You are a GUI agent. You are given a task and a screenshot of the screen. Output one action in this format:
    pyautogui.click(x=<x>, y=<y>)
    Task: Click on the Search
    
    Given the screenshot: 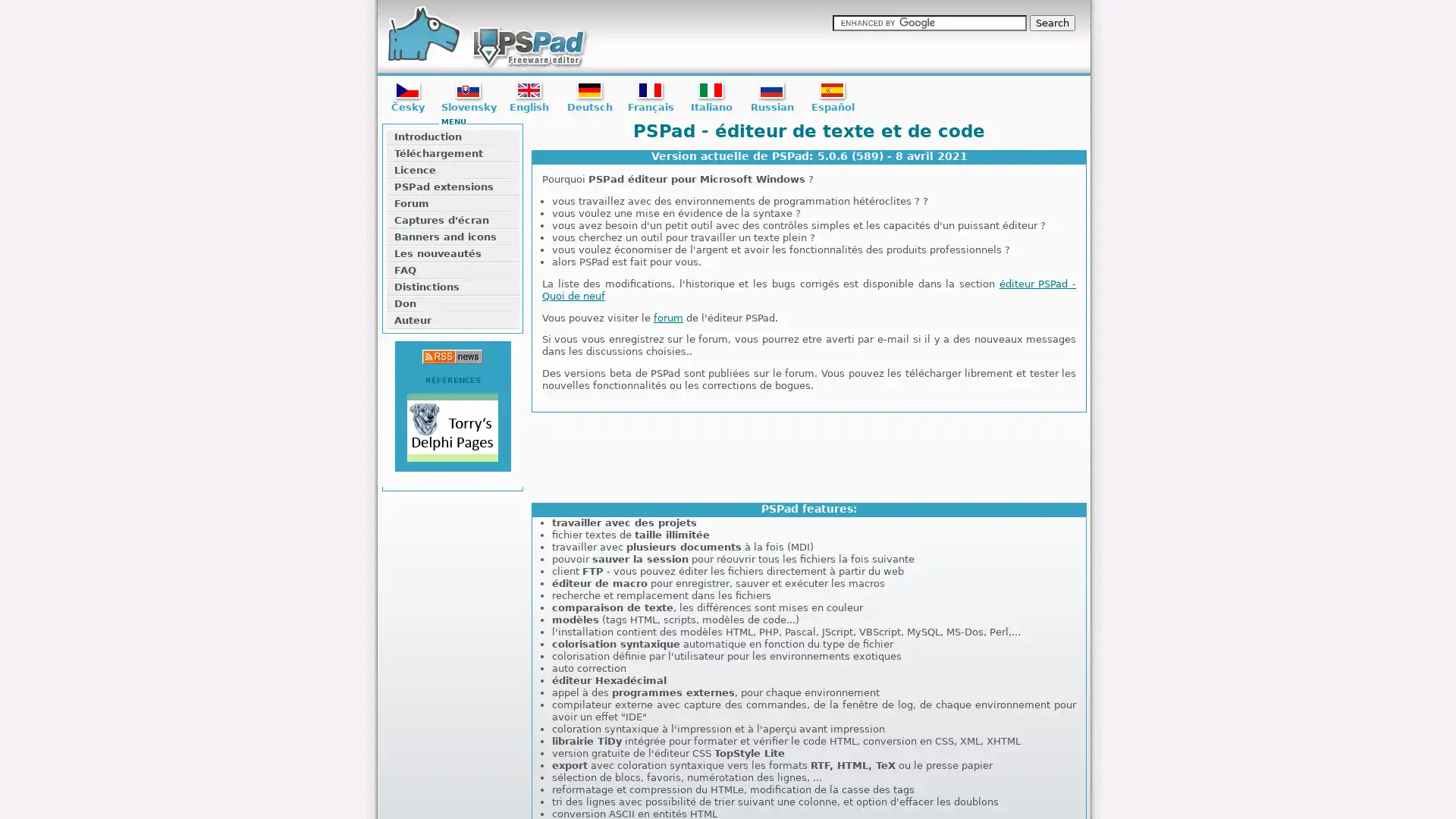 What is the action you would take?
    pyautogui.click(x=1051, y=23)
    